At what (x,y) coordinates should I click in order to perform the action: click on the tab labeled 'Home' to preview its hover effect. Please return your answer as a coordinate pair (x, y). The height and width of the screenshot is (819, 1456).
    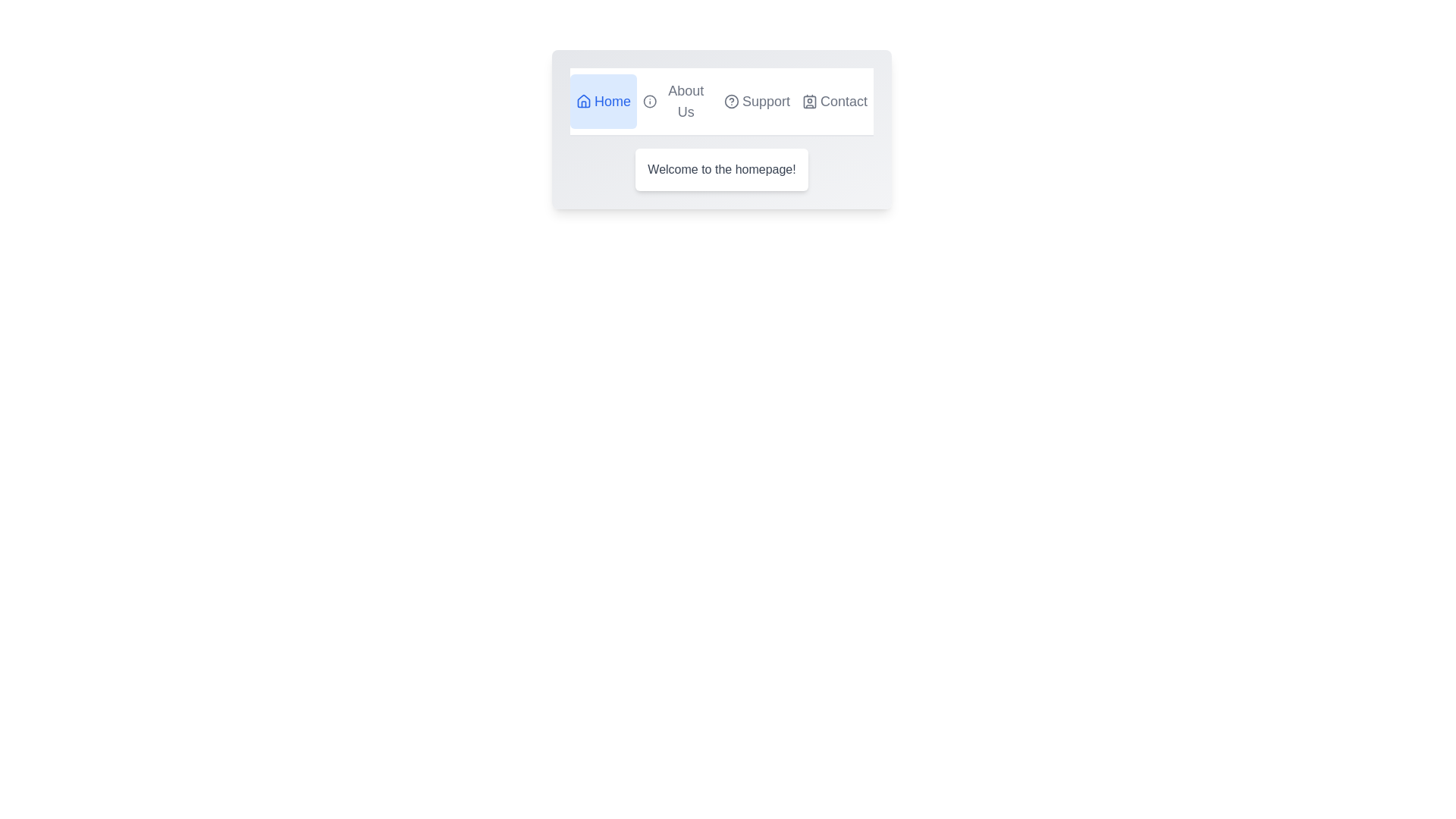
    Looking at the image, I should click on (603, 102).